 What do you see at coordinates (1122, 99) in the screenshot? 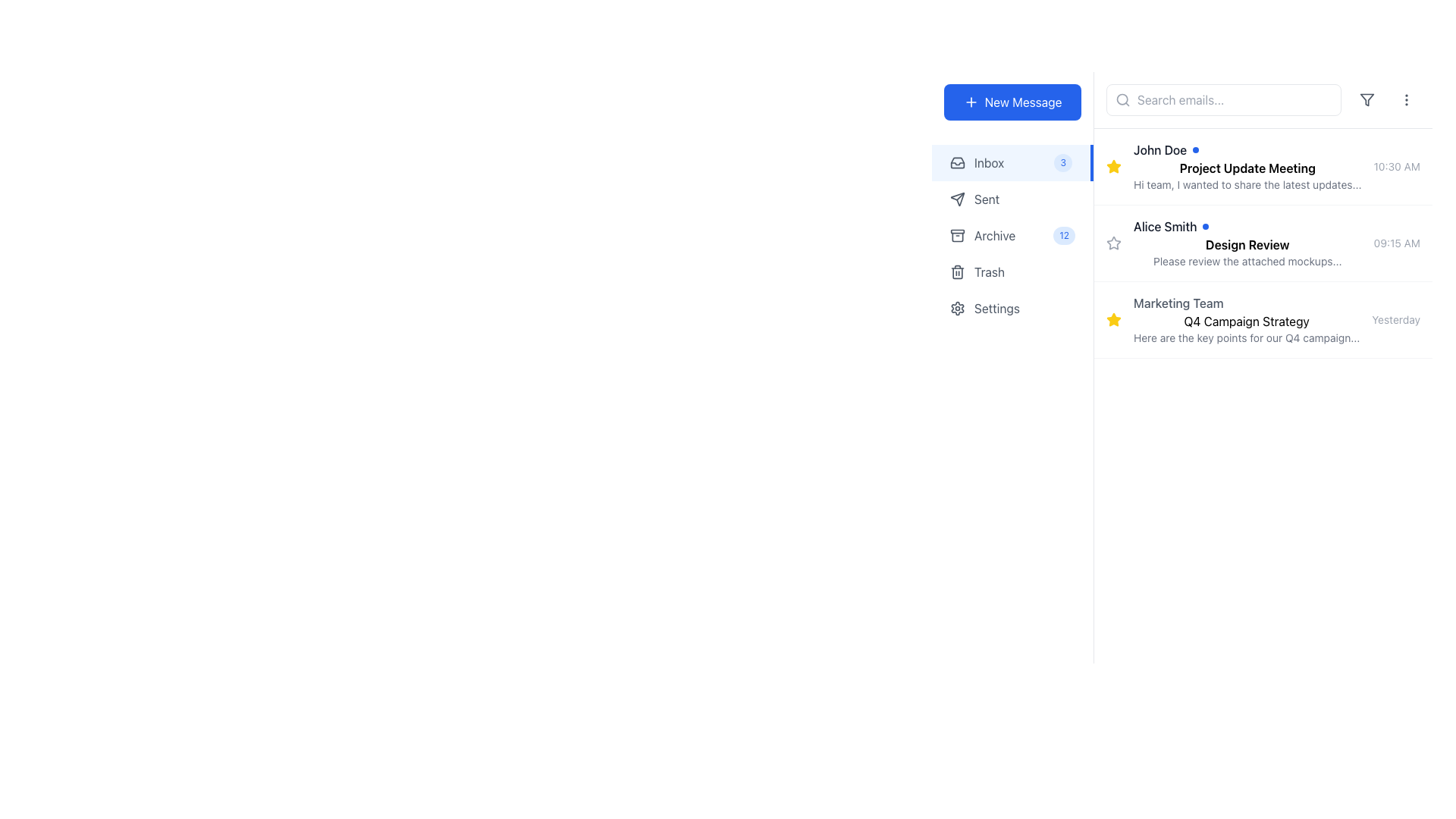
I see `the circular search icon located to the left of the search bar at the top of the email list section, which is depicted as a magnifying glass and has a grayish tone` at bounding box center [1122, 99].